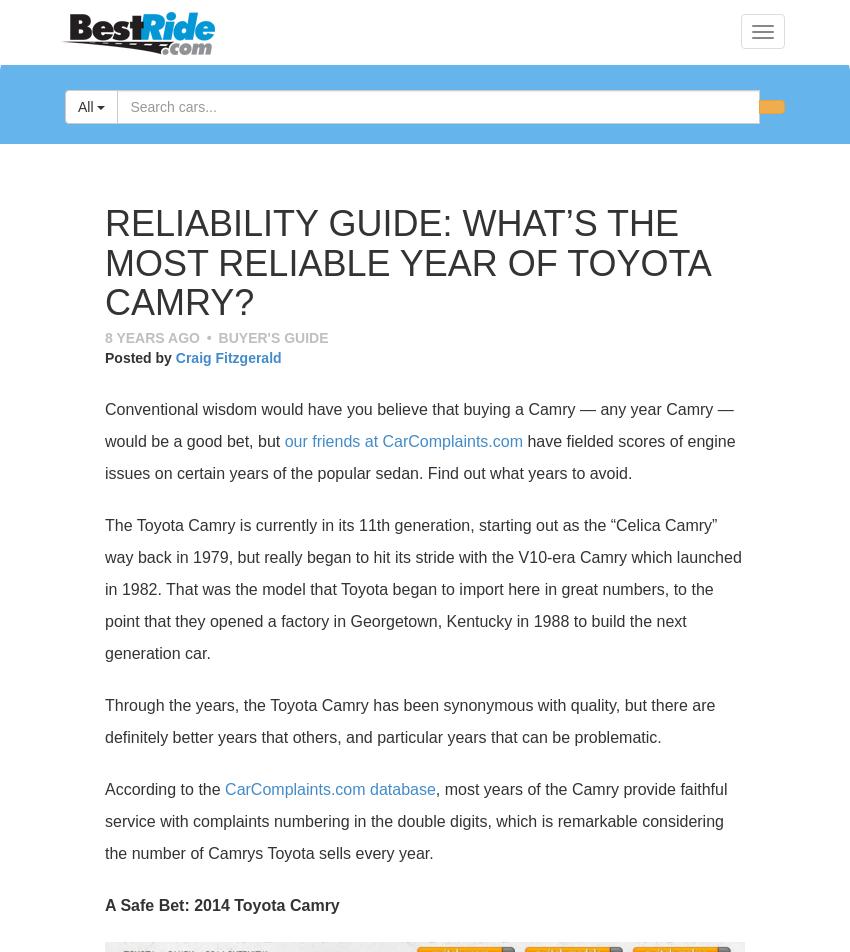  What do you see at coordinates (222, 904) in the screenshot?
I see `'A Safe Bet: 2014 Toyota Camry'` at bounding box center [222, 904].